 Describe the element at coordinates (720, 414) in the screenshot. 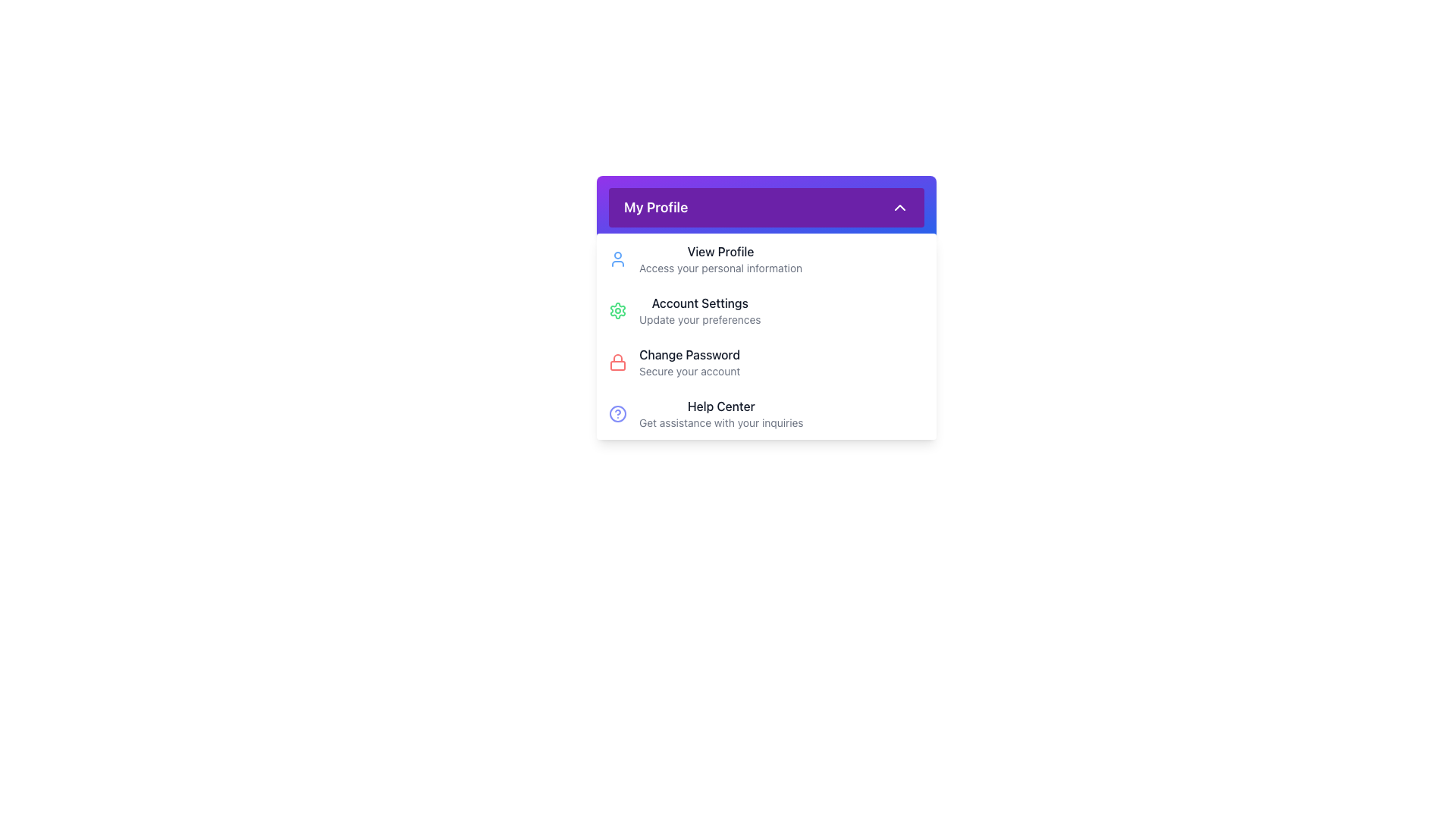

I see `the 'Help Center' text display, which is the fourth item in the dropdown menu under 'My Profile', styled with a bold black font and a smaller lighter gray font for the second line` at that location.